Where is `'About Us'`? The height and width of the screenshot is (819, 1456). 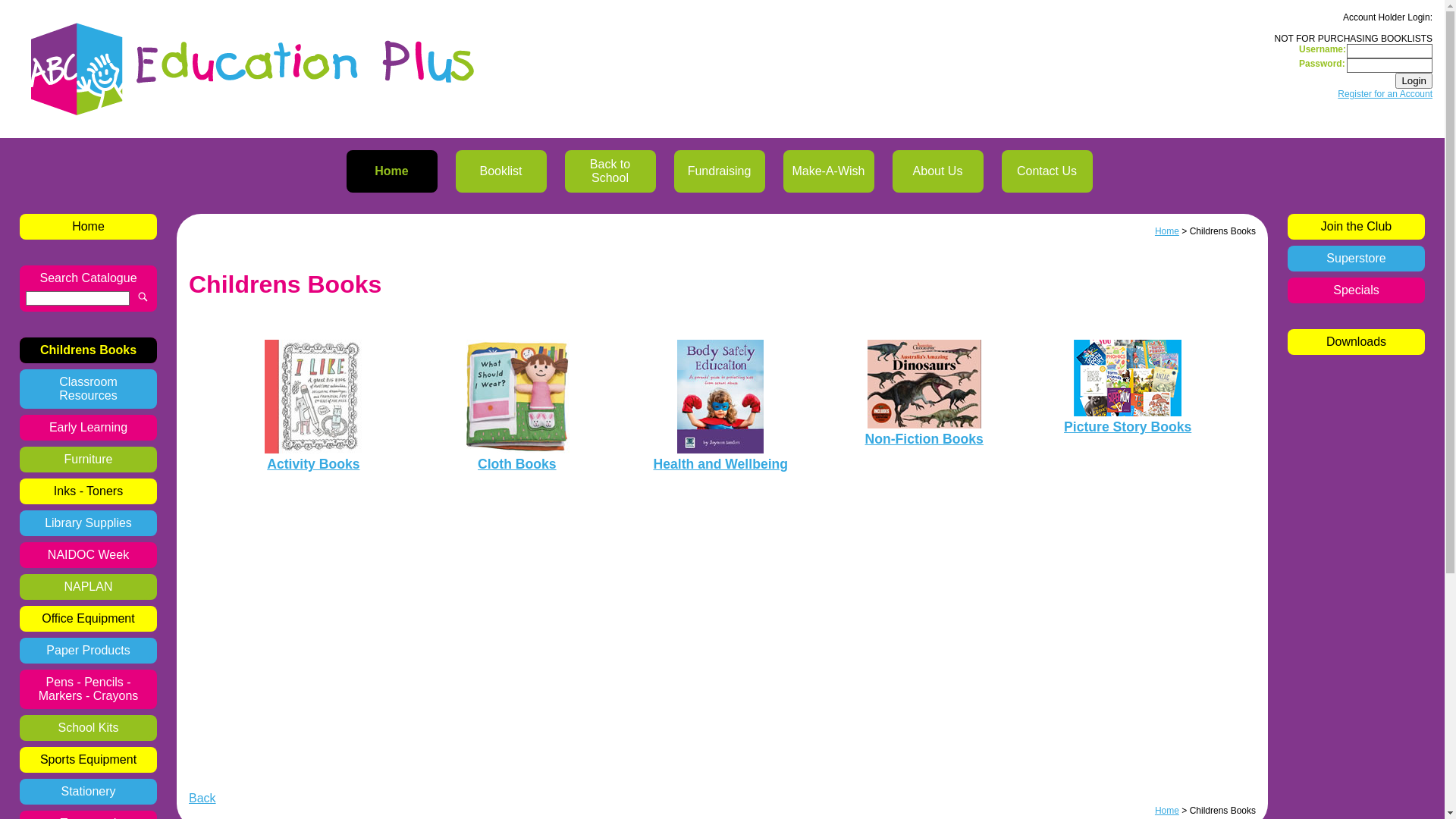
'About Us' is located at coordinates (937, 171).